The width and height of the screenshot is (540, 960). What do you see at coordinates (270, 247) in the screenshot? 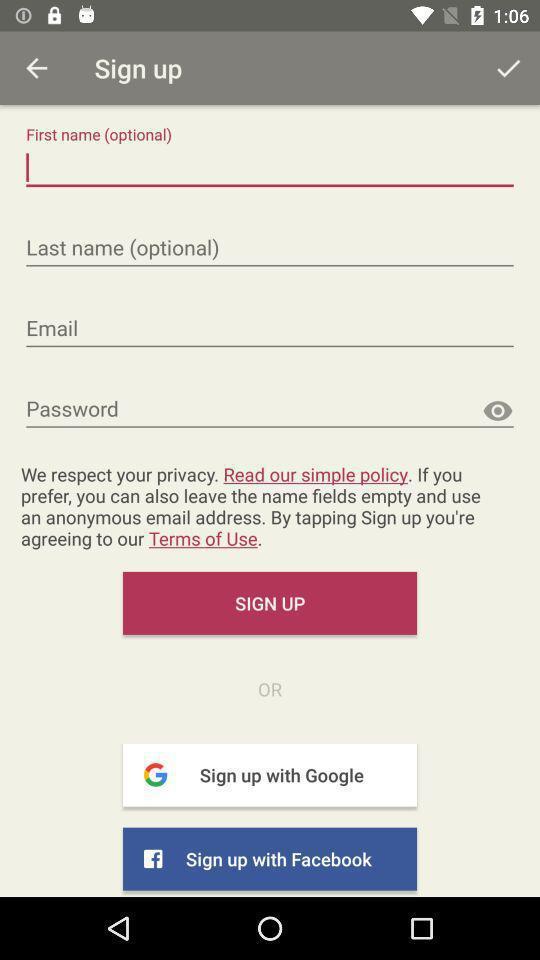
I see `last name optional` at bounding box center [270, 247].